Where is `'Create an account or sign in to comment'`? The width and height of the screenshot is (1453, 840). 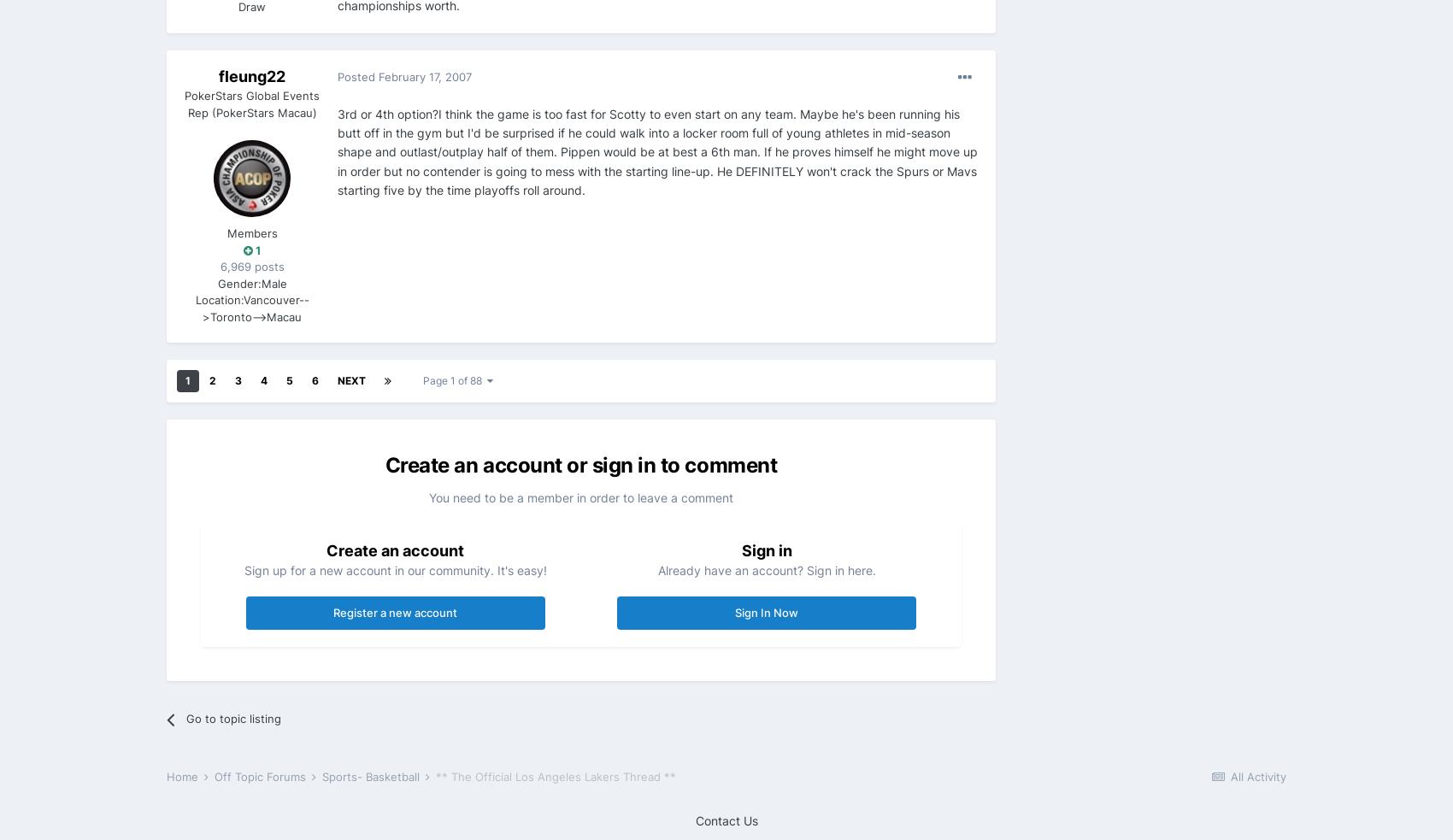 'Create an account or sign in to comment' is located at coordinates (580, 465).